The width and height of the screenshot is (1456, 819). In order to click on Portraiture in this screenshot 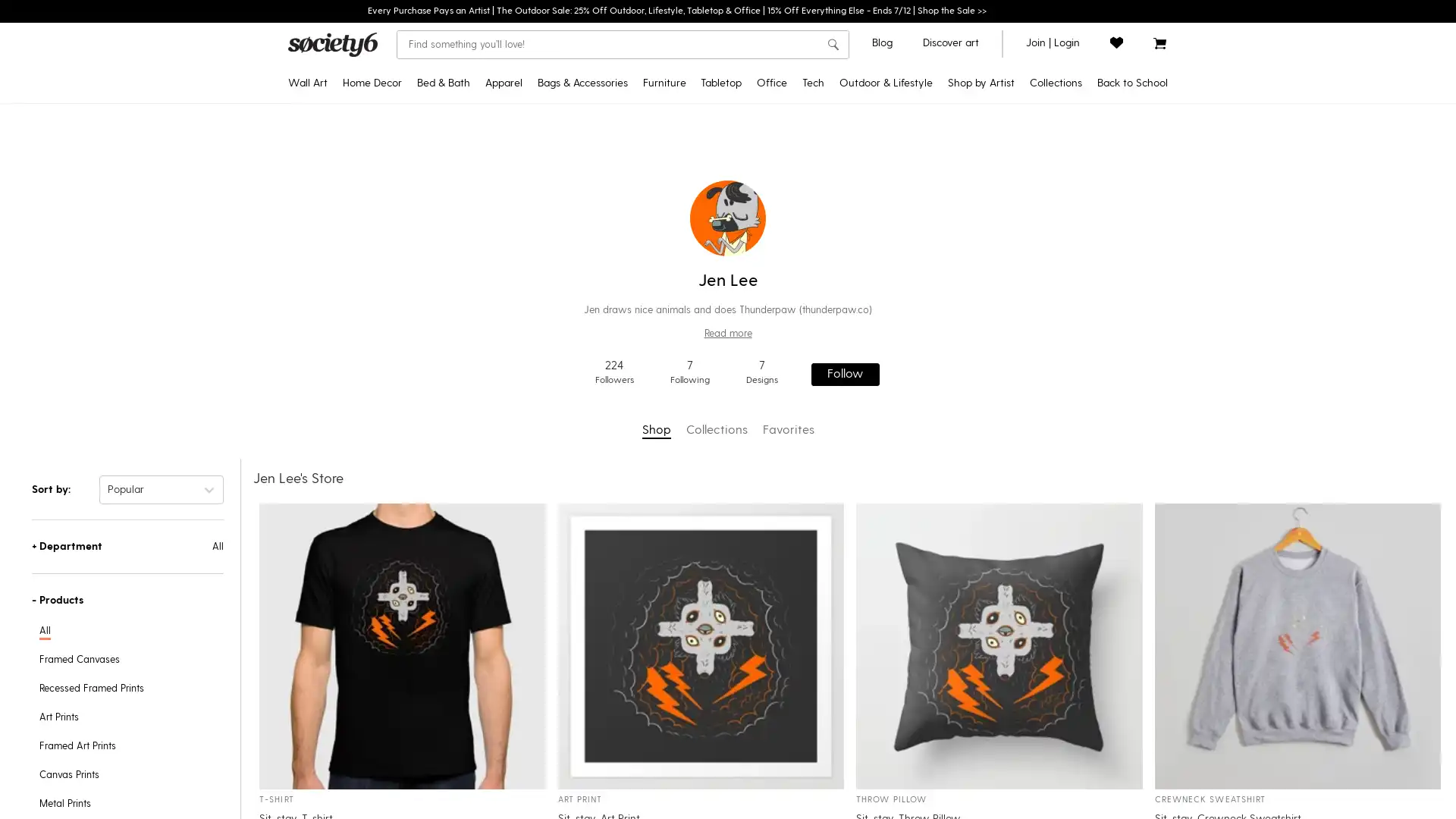, I will do `click(999, 293)`.